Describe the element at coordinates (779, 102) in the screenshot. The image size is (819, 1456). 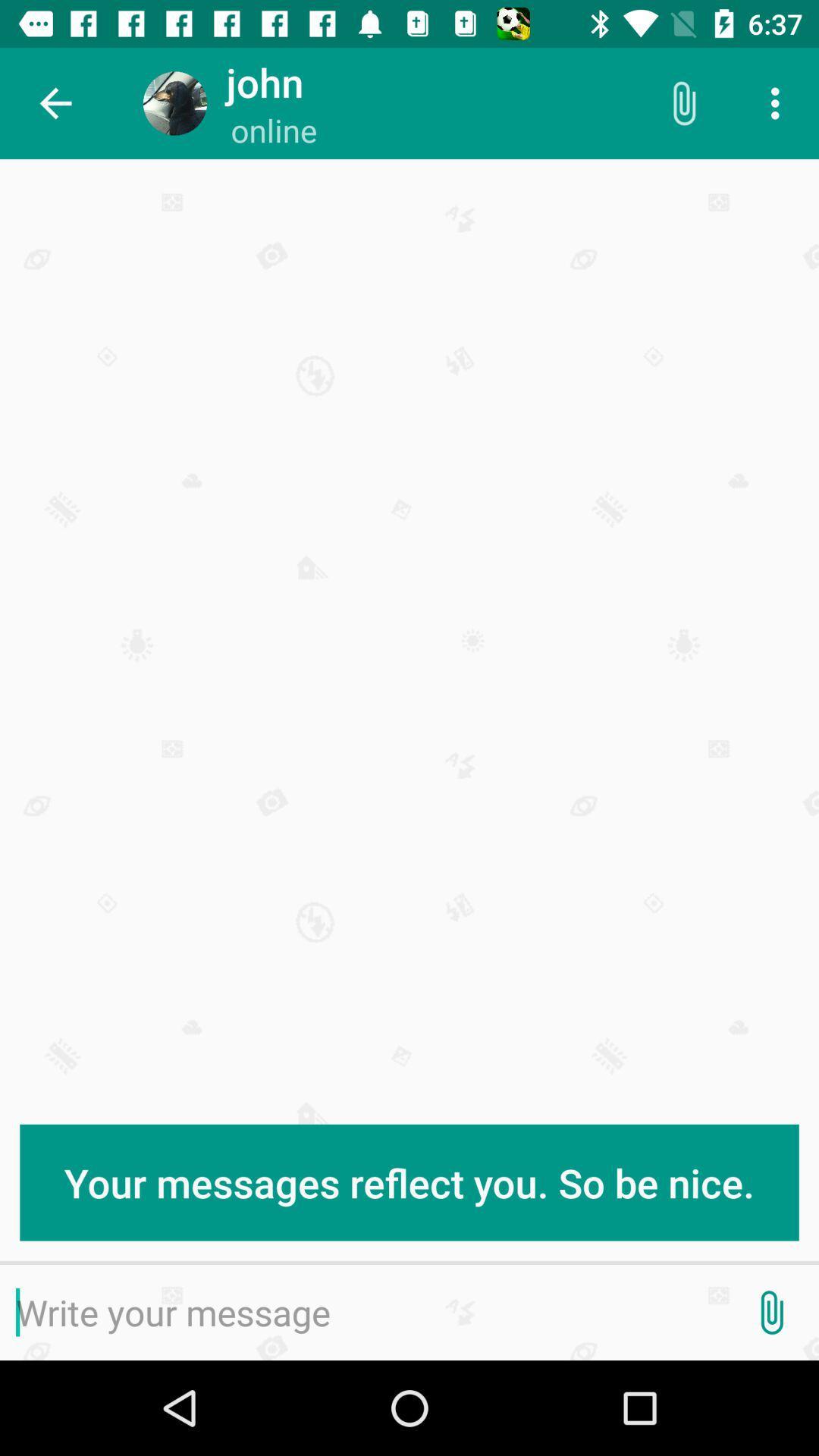
I see `icon above the your messages reflect` at that location.